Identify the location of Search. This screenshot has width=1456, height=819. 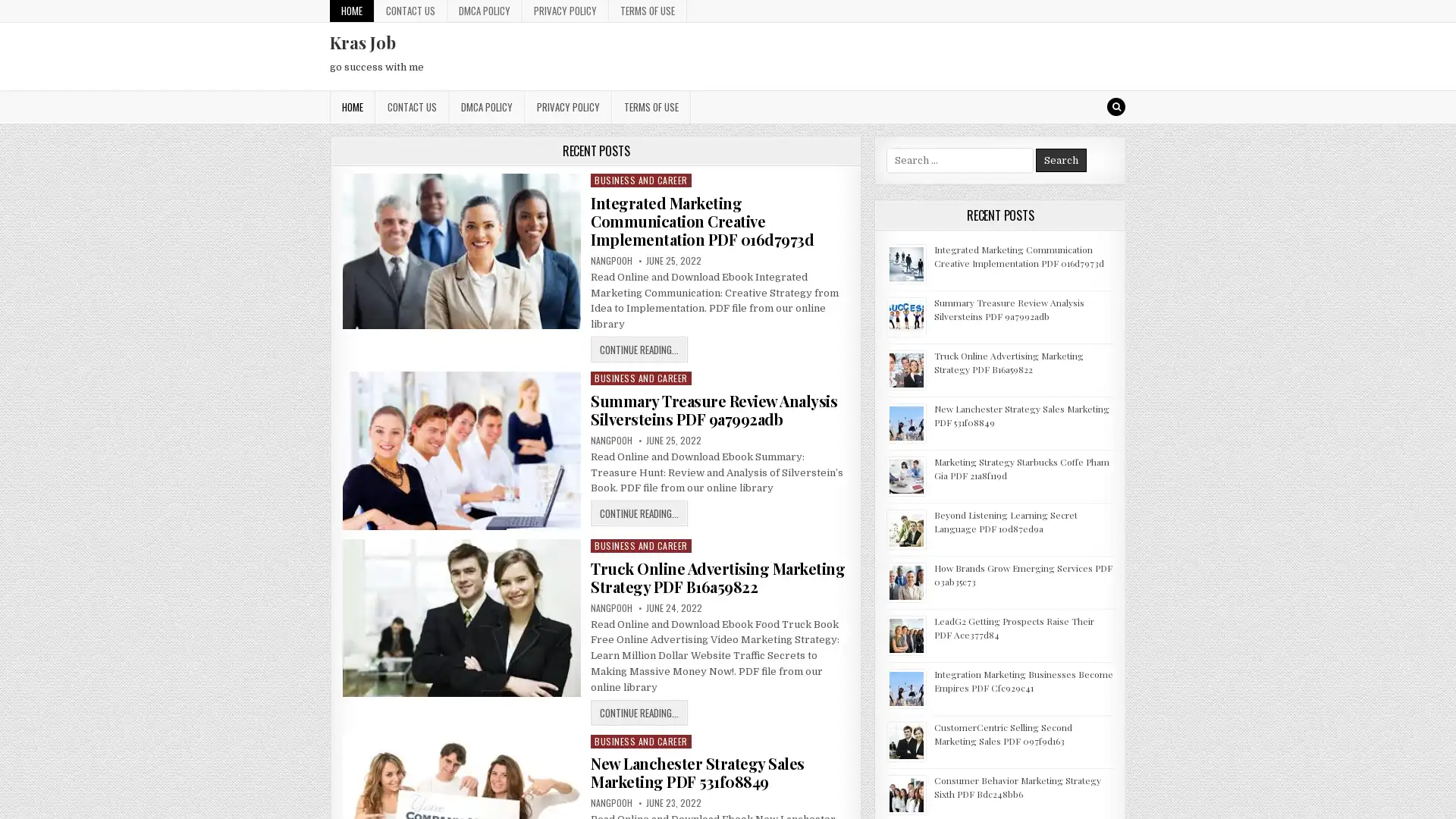
(1060, 160).